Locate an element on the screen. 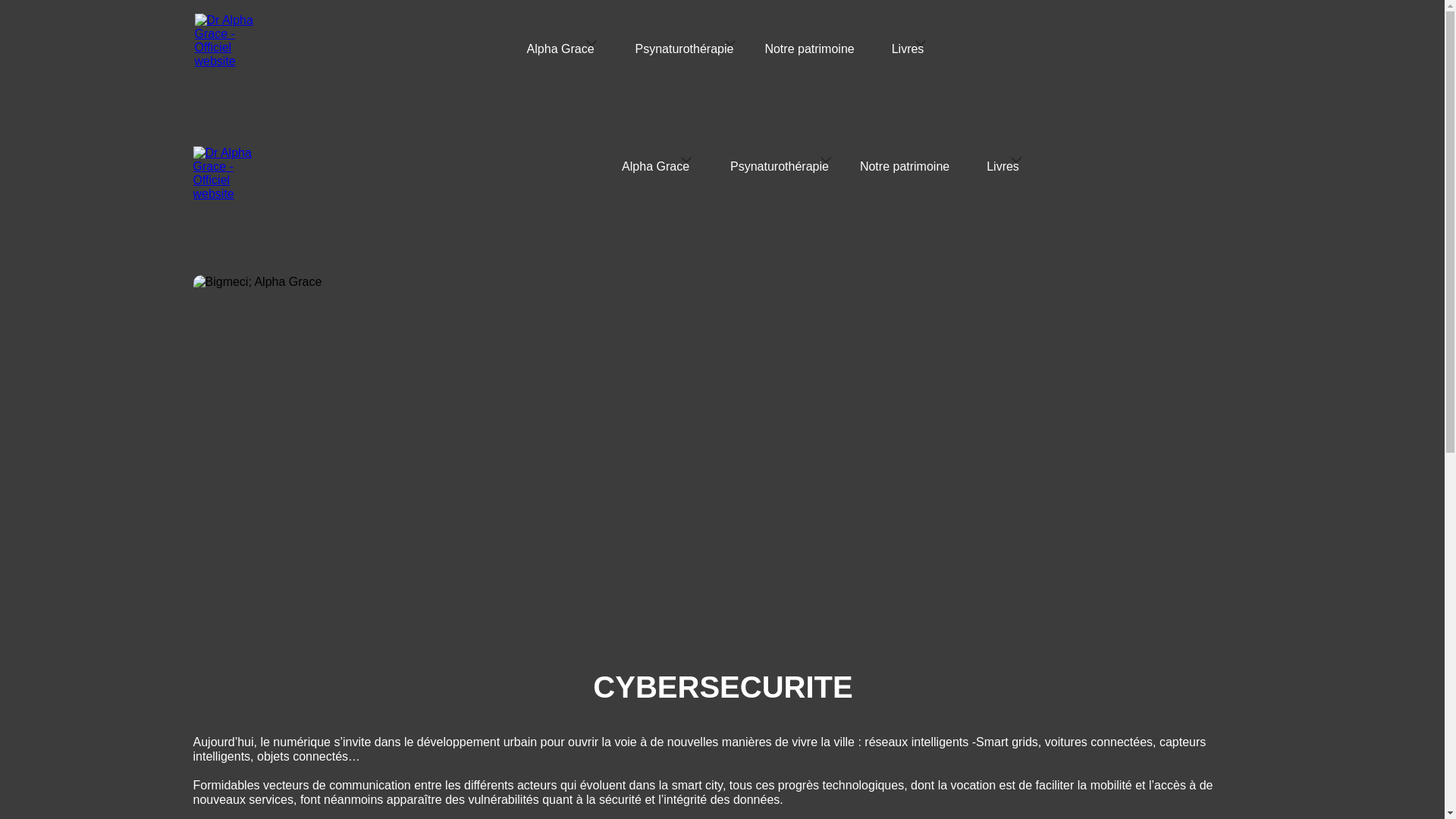  'Notre patrimoine' is located at coordinates (905, 170).